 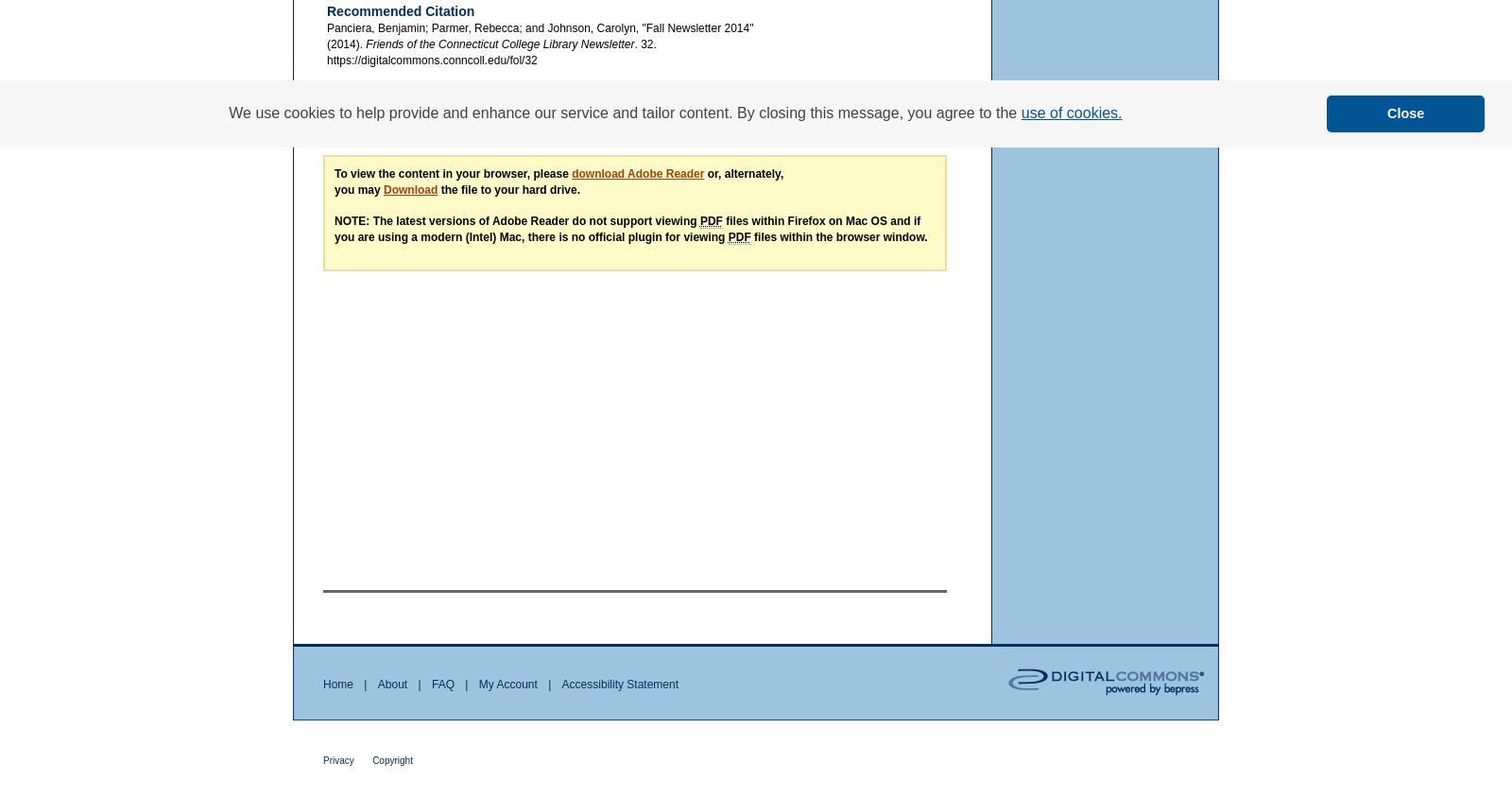 What do you see at coordinates (620, 683) in the screenshot?
I see `'Accessibility Statement'` at bounding box center [620, 683].